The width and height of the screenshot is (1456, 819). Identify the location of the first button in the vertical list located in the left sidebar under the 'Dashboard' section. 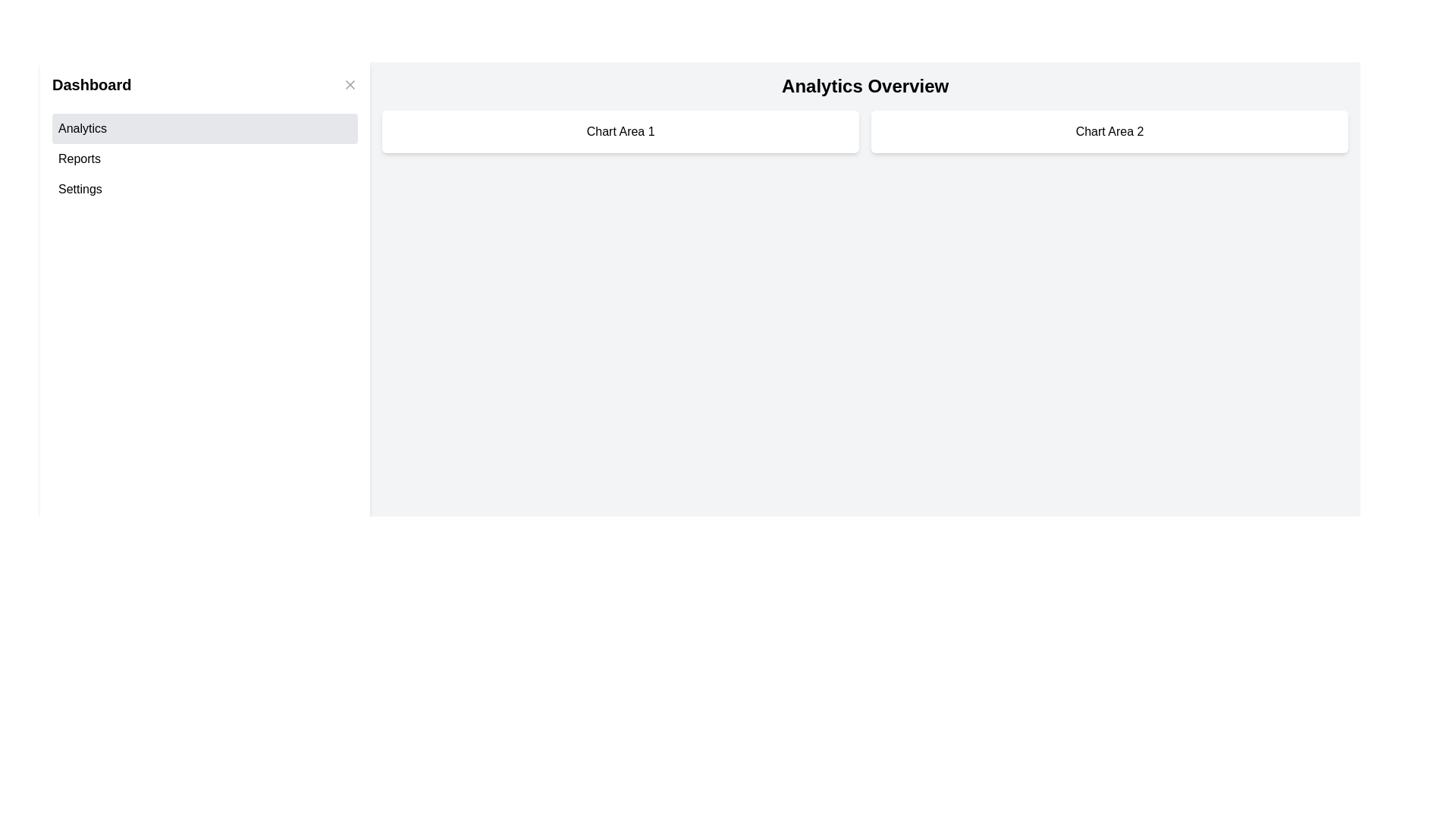
(204, 127).